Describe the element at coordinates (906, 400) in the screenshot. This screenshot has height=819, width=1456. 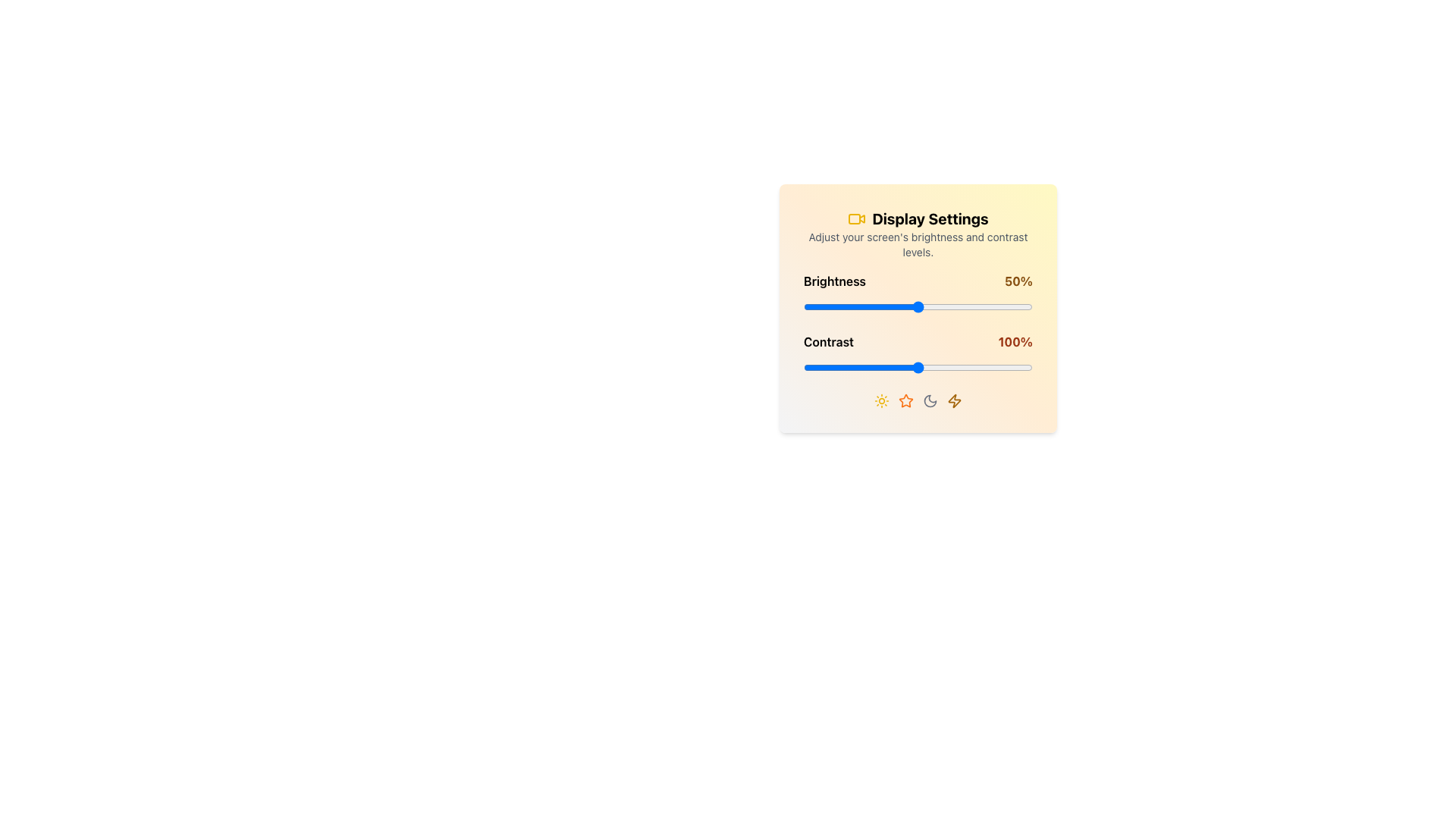
I see `the star-shaped icon outlined in orange, which is the third icon in a row of four icons located at the bottom of the 'Display Settings' modal` at that location.